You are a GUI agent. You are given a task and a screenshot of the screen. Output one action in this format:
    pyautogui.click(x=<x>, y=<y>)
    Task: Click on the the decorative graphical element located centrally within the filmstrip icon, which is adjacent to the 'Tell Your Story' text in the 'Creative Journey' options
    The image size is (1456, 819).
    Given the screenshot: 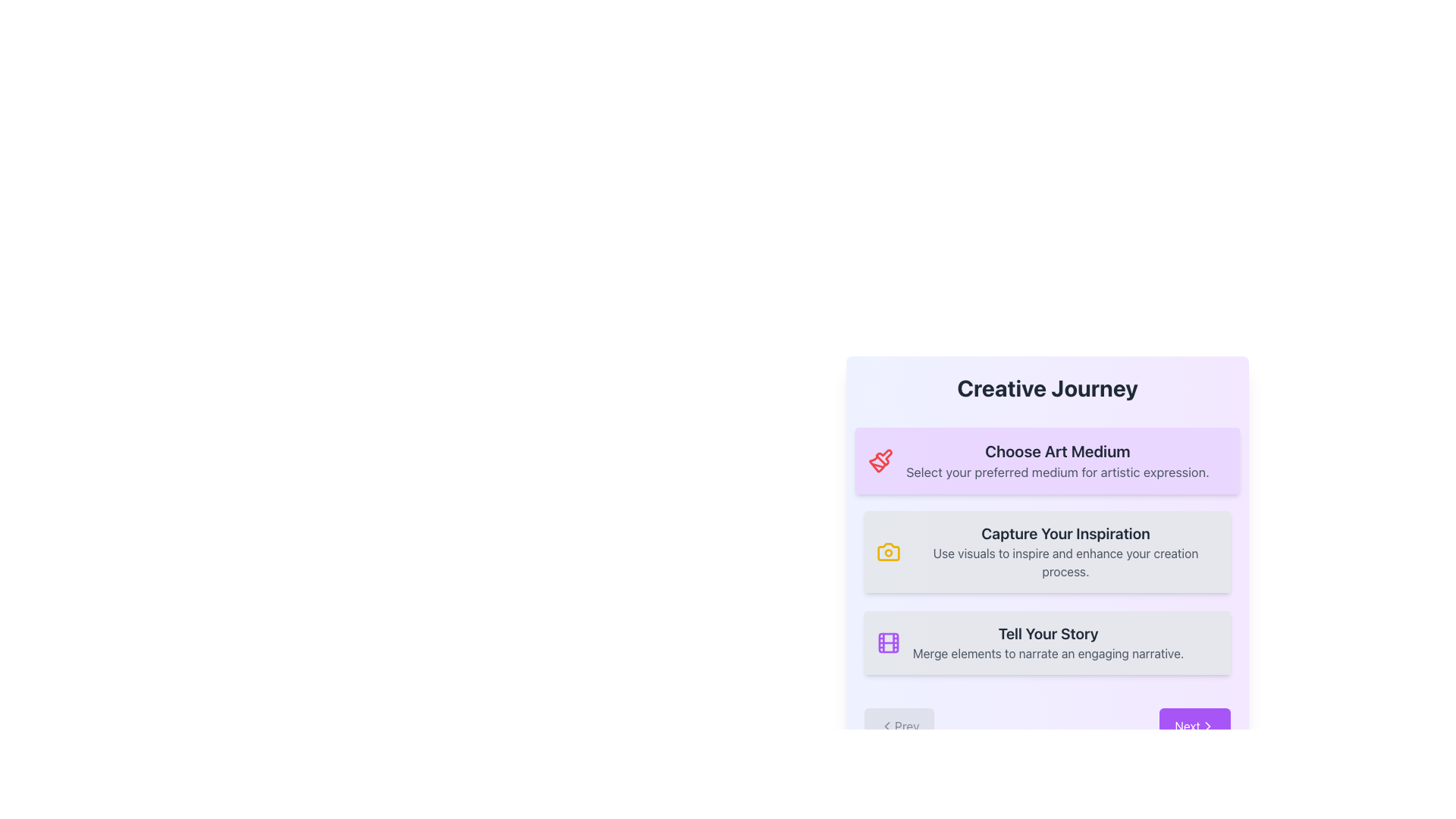 What is the action you would take?
    pyautogui.click(x=888, y=643)
    